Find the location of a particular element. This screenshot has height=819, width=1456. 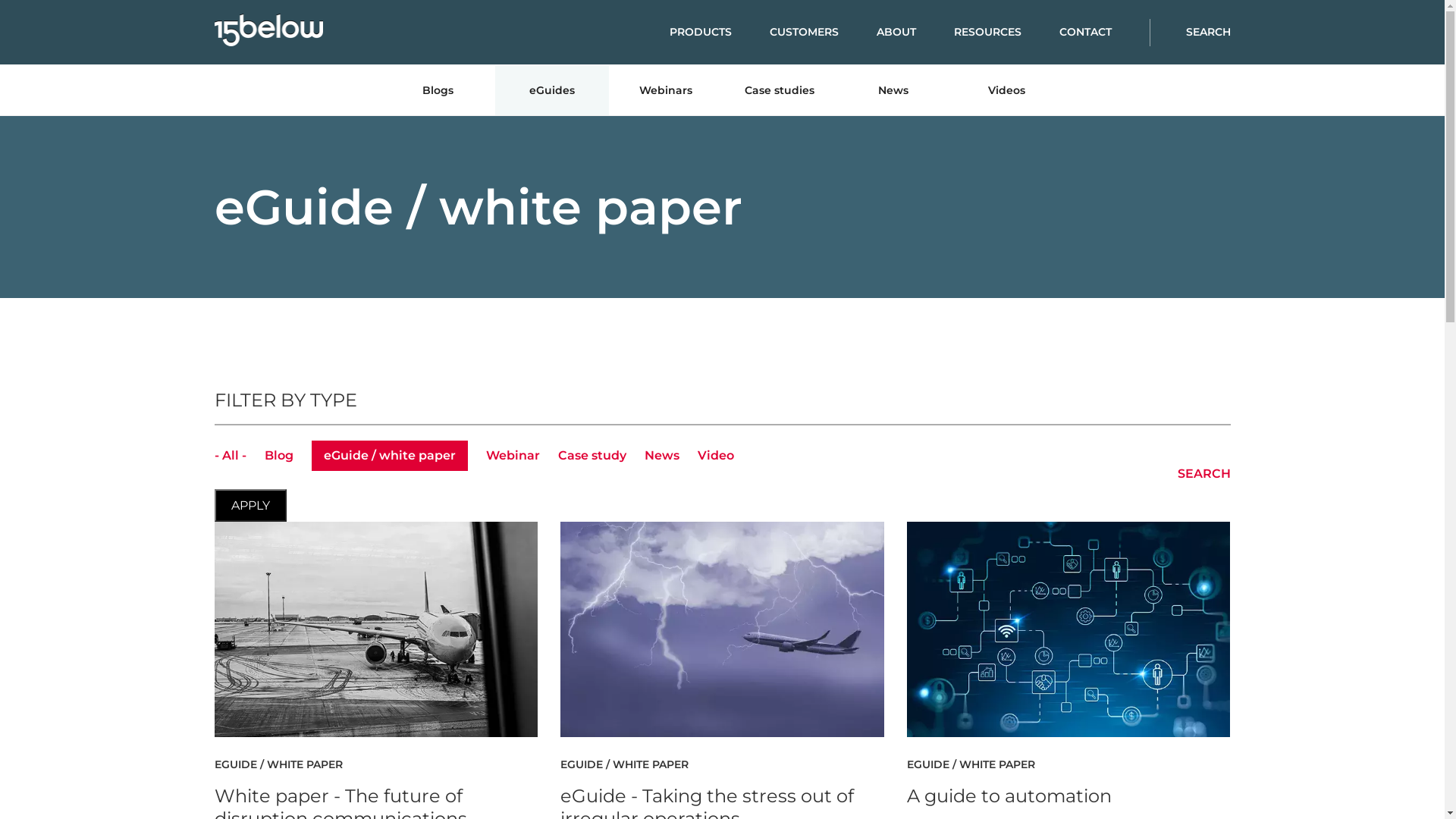

'ABOUT' is located at coordinates (914, 32).